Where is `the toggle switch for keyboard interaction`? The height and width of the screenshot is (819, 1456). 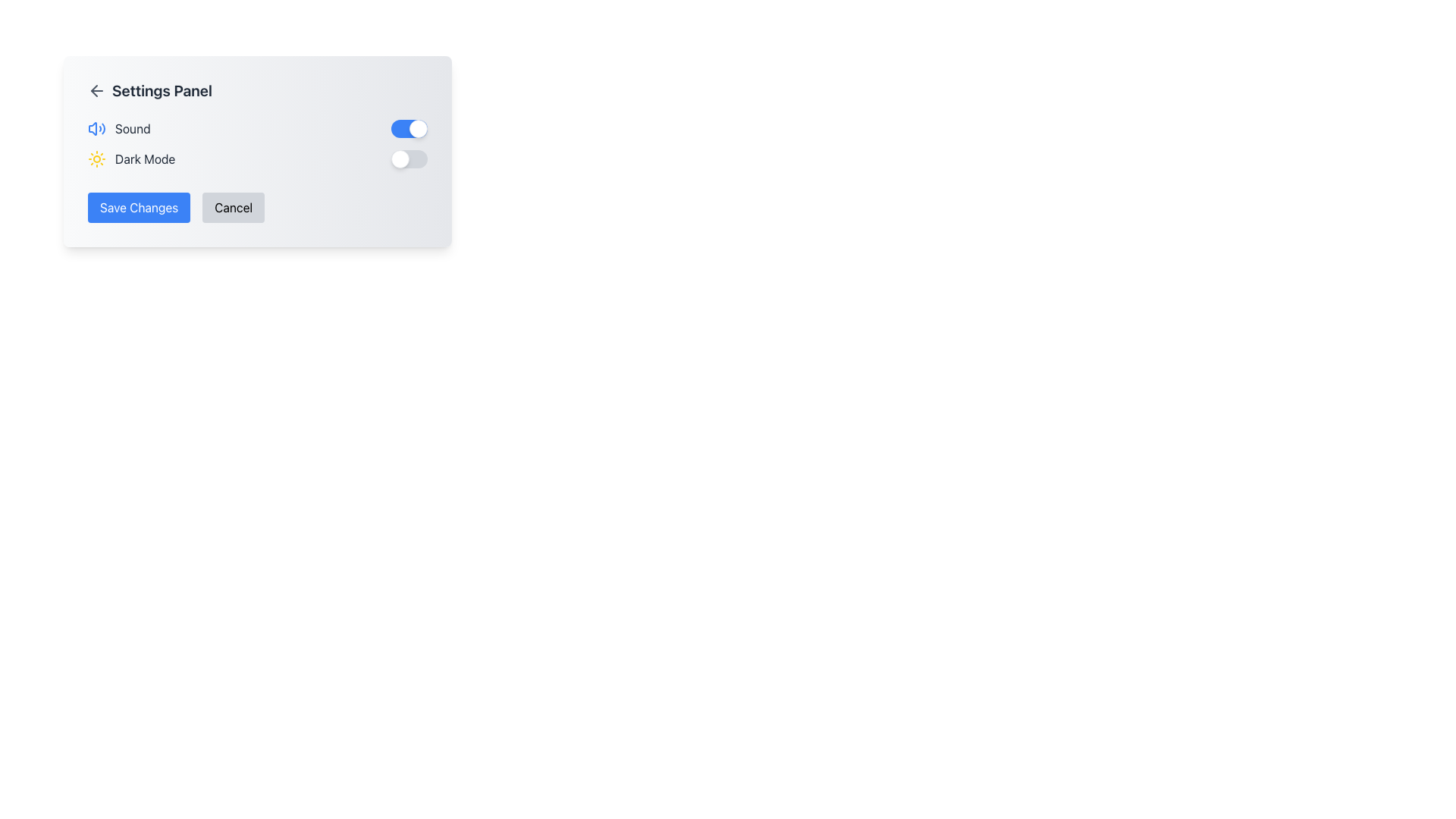
the toggle switch for keyboard interaction is located at coordinates (409, 158).